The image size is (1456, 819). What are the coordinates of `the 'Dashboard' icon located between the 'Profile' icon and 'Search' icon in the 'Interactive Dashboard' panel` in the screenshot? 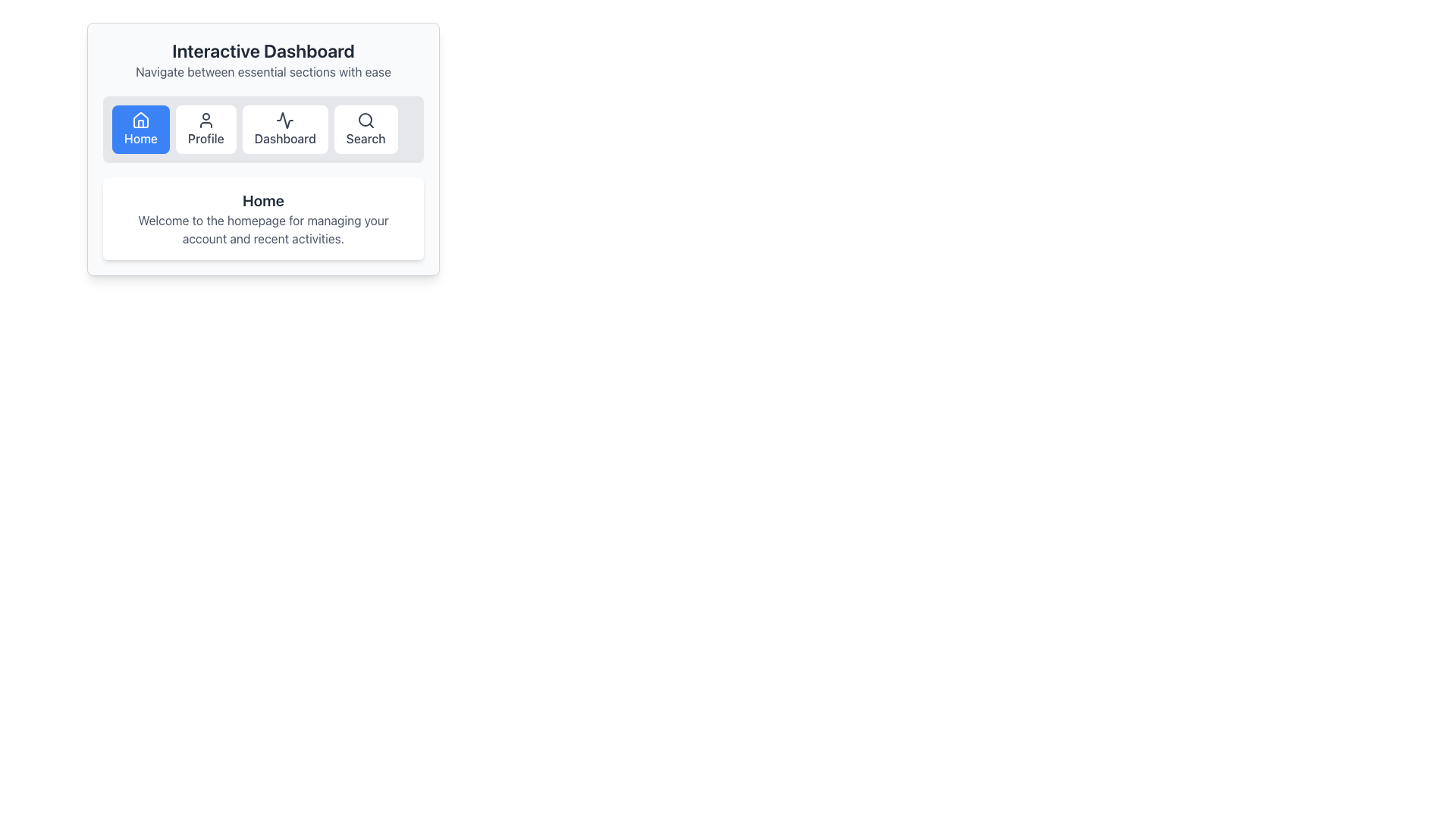 It's located at (285, 119).